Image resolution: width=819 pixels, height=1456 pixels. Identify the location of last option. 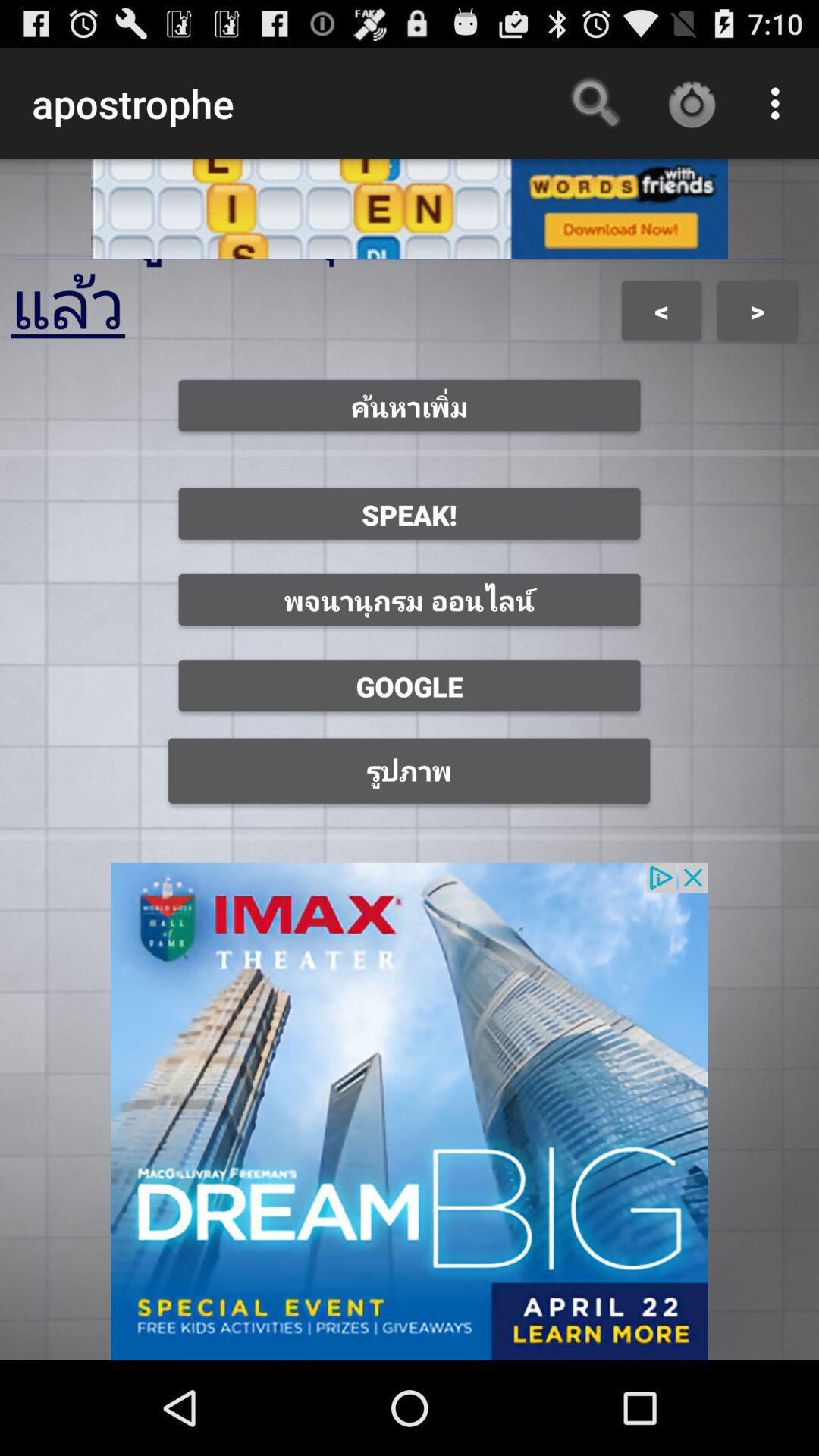
(409, 771).